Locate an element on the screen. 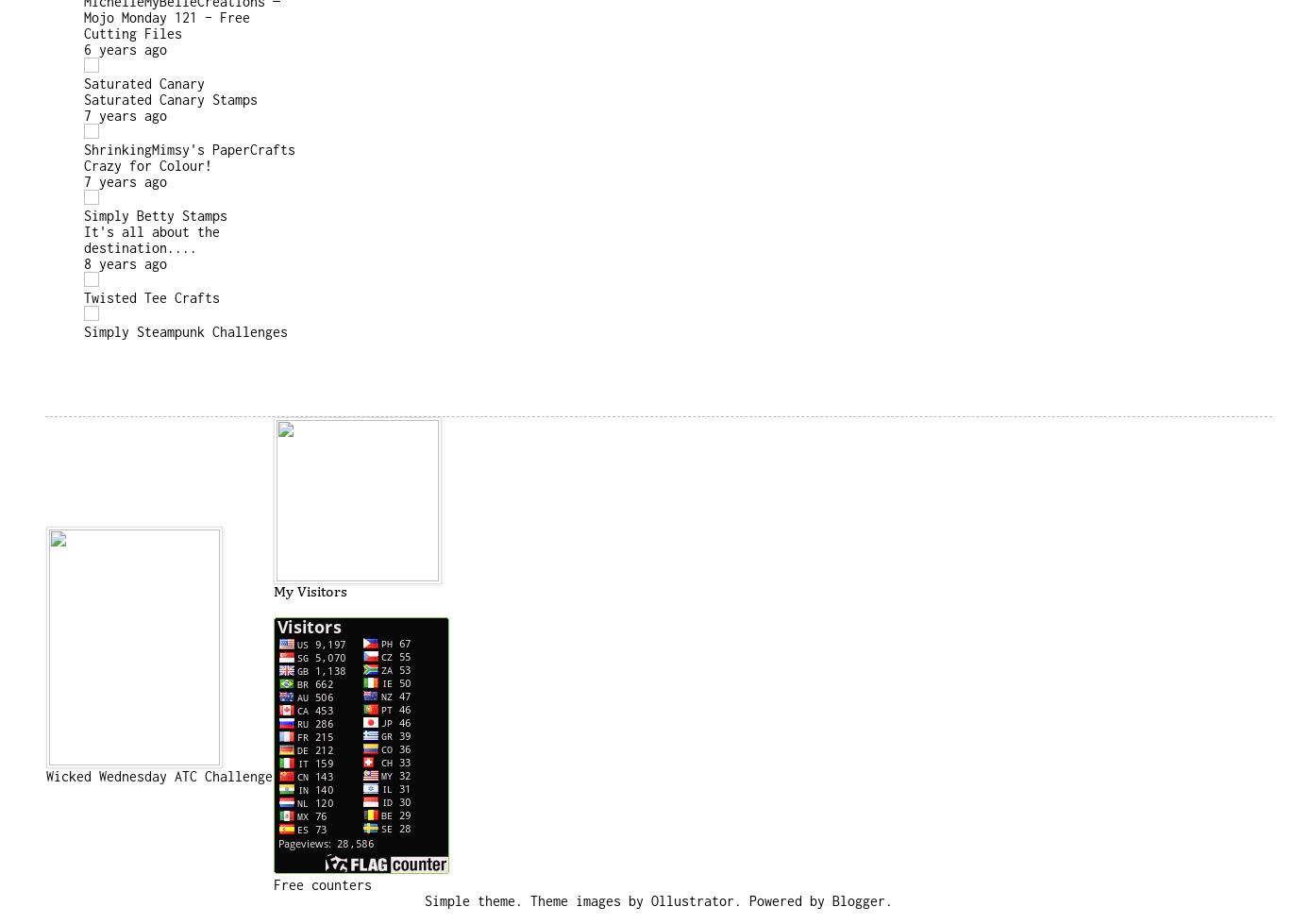  '. Powered by' is located at coordinates (732, 899).